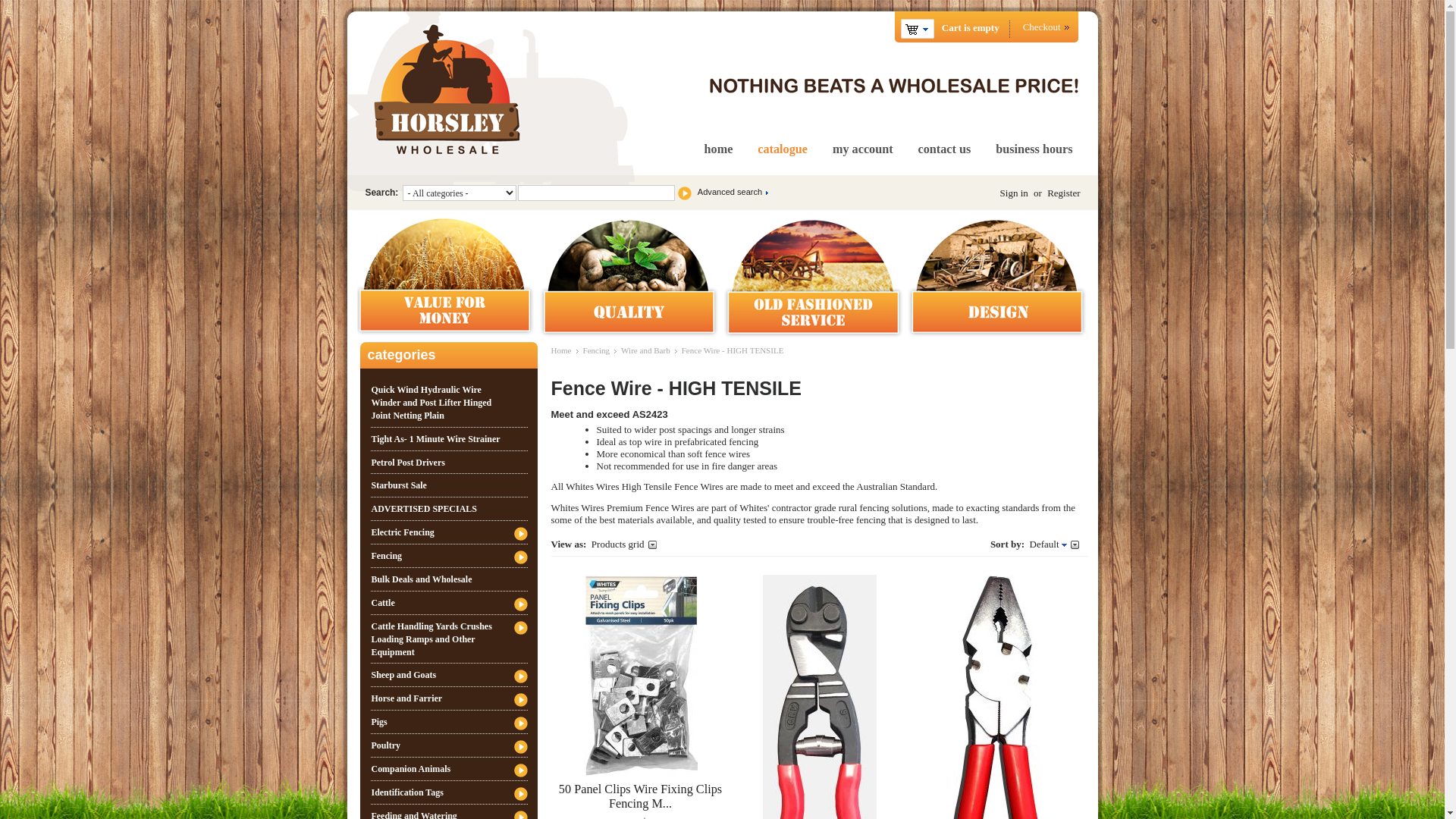 This screenshot has width=1456, height=819. What do you see at coordinates (718, 149) in the screenshot?
I see `'home'` at bounding box center [718, 149].